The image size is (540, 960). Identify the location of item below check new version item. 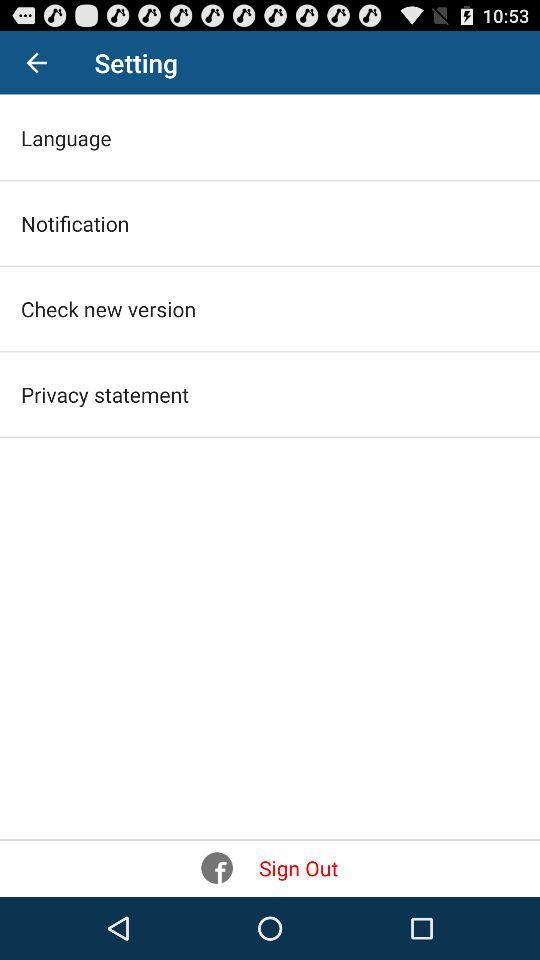
(104, 393).